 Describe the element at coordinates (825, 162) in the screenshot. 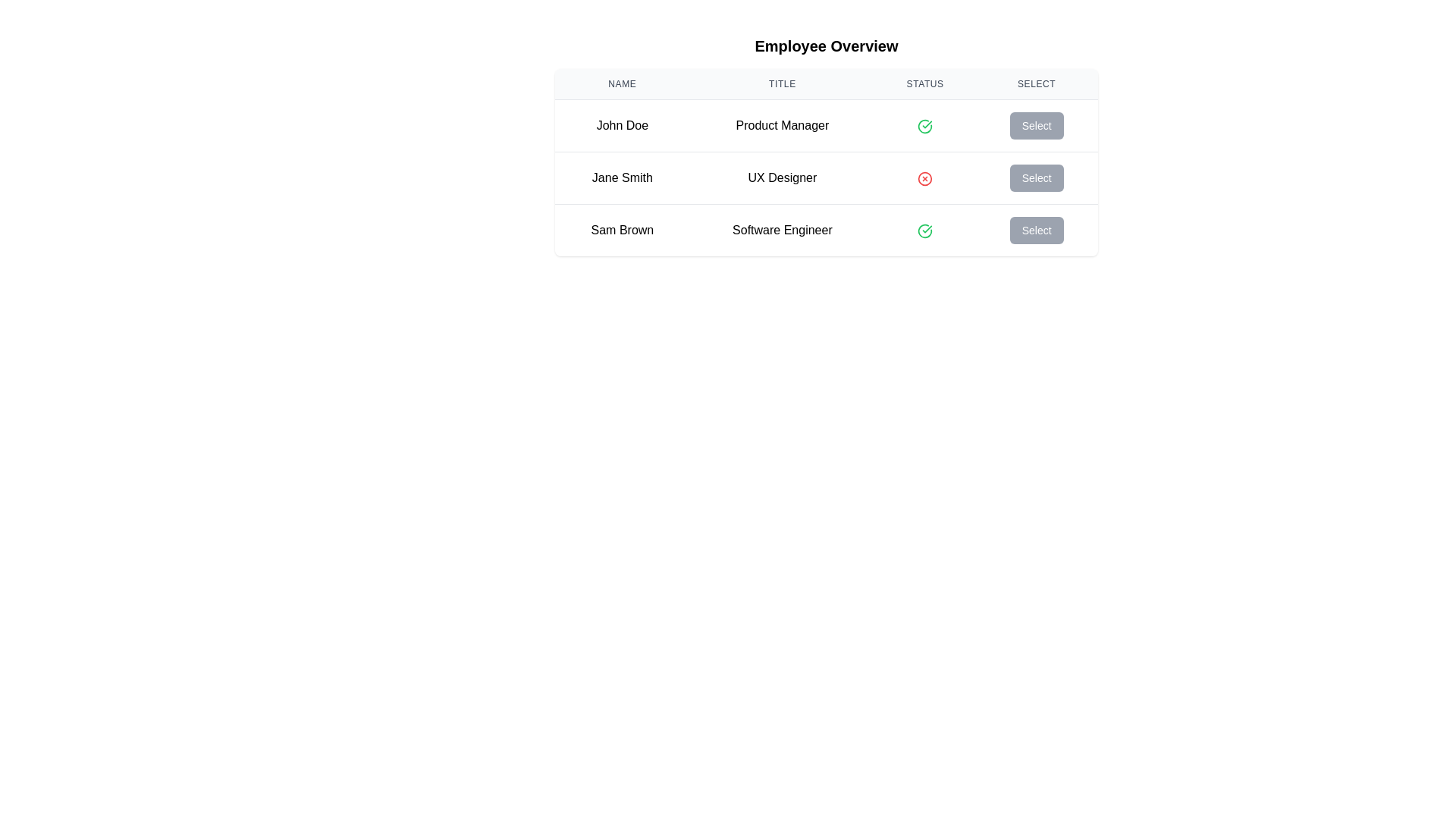

I see `the row in the Employee Overview table` at that location.